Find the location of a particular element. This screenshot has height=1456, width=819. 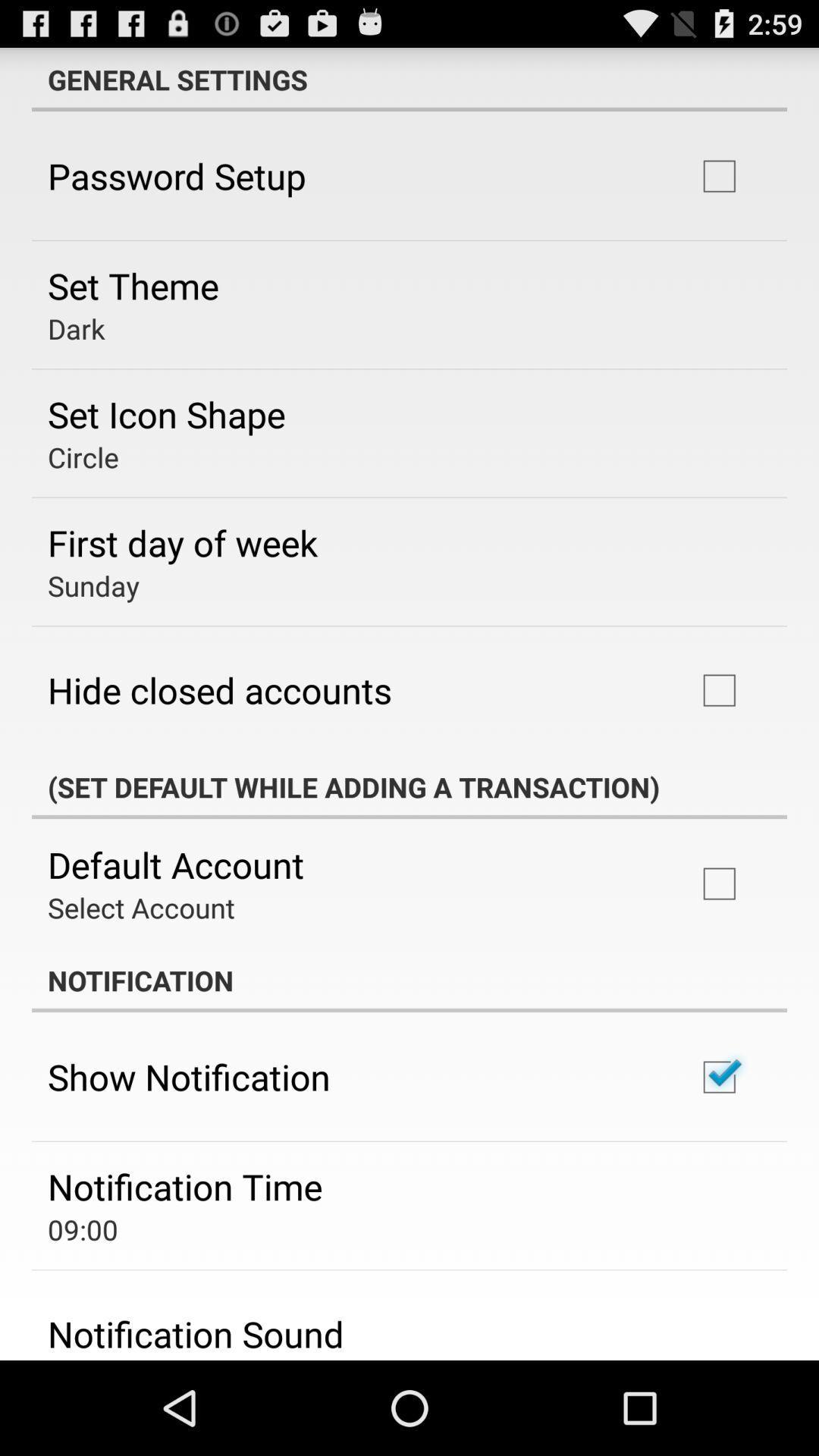

the app at the center is located at coordinates (409, 786).